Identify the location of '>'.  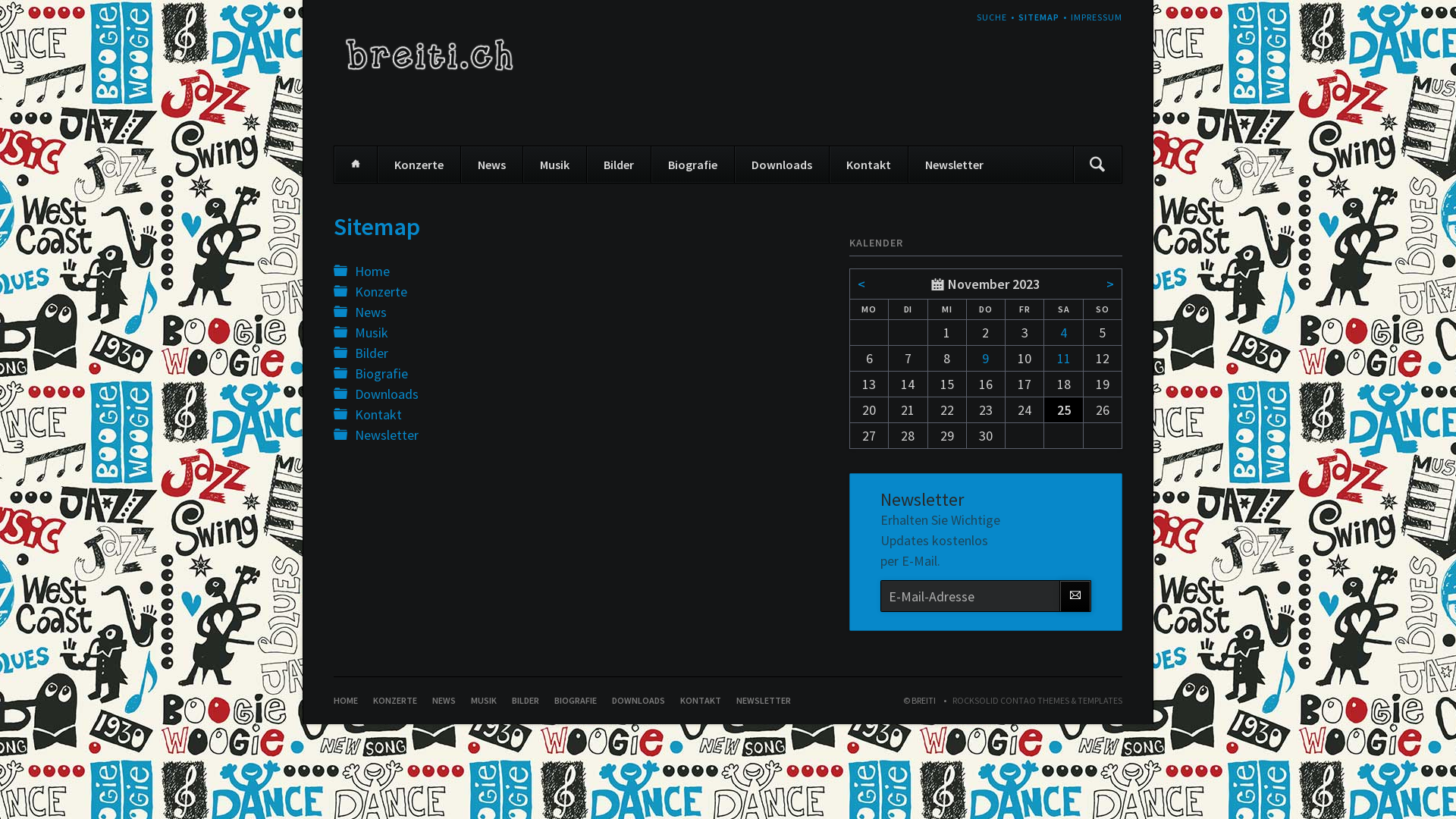
(1110, 284).